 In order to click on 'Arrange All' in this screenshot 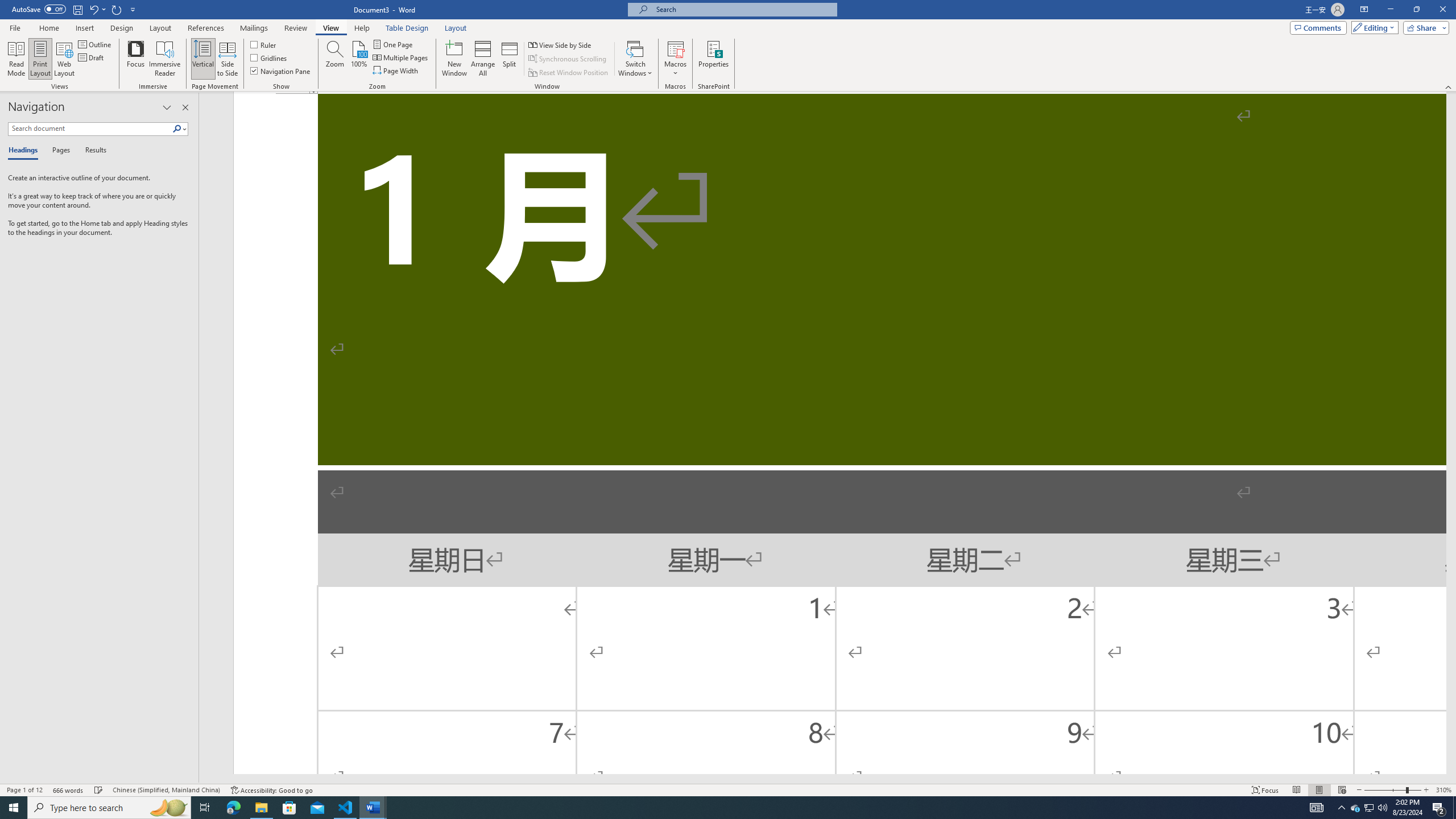, I will do `click(482, 59)`.